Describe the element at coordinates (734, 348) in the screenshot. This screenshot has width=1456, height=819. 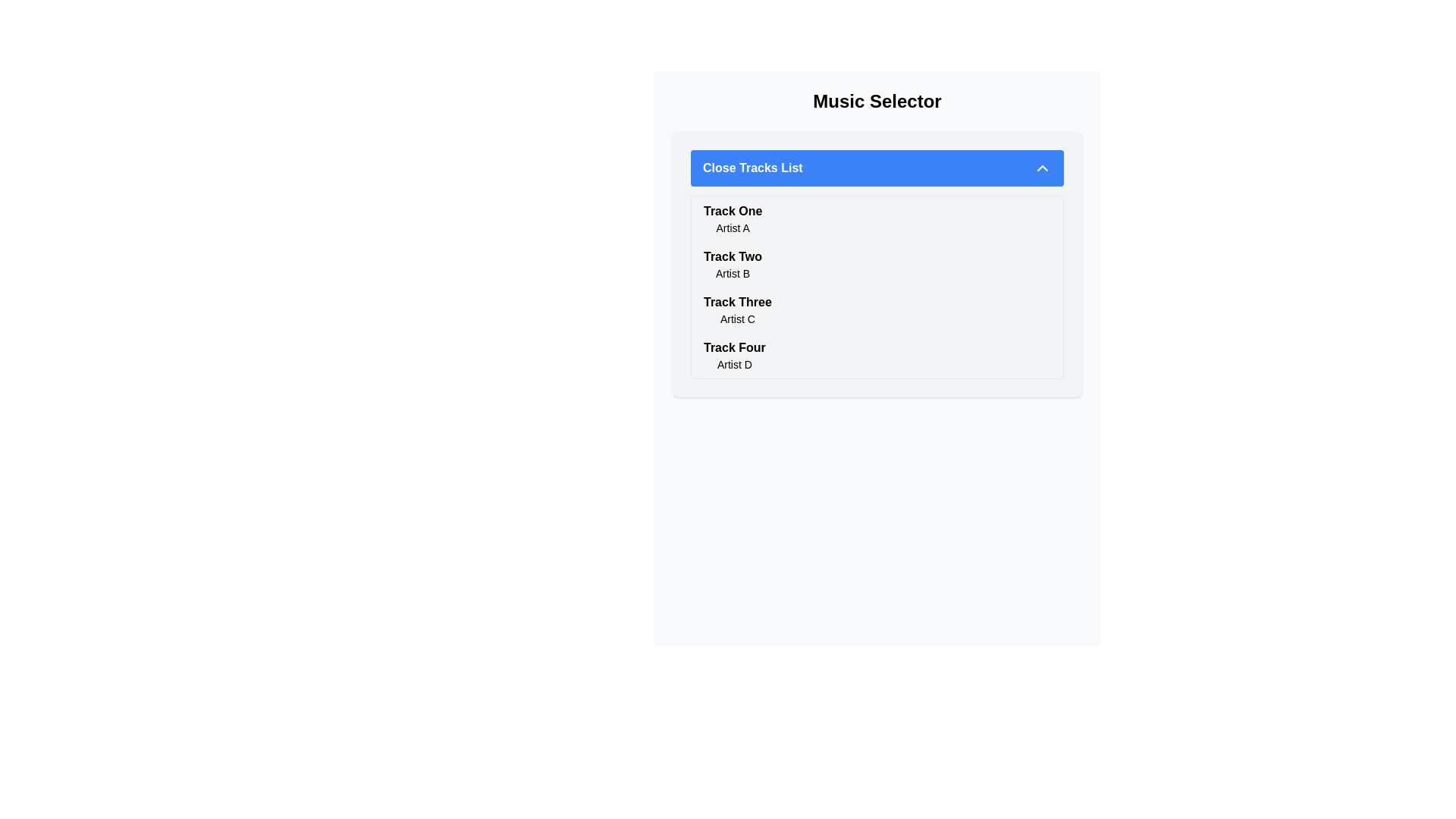
I see `the bold text label displaying 'Track Four', which is the primary text in a list of track titles within a music selector dropdown` at that location.